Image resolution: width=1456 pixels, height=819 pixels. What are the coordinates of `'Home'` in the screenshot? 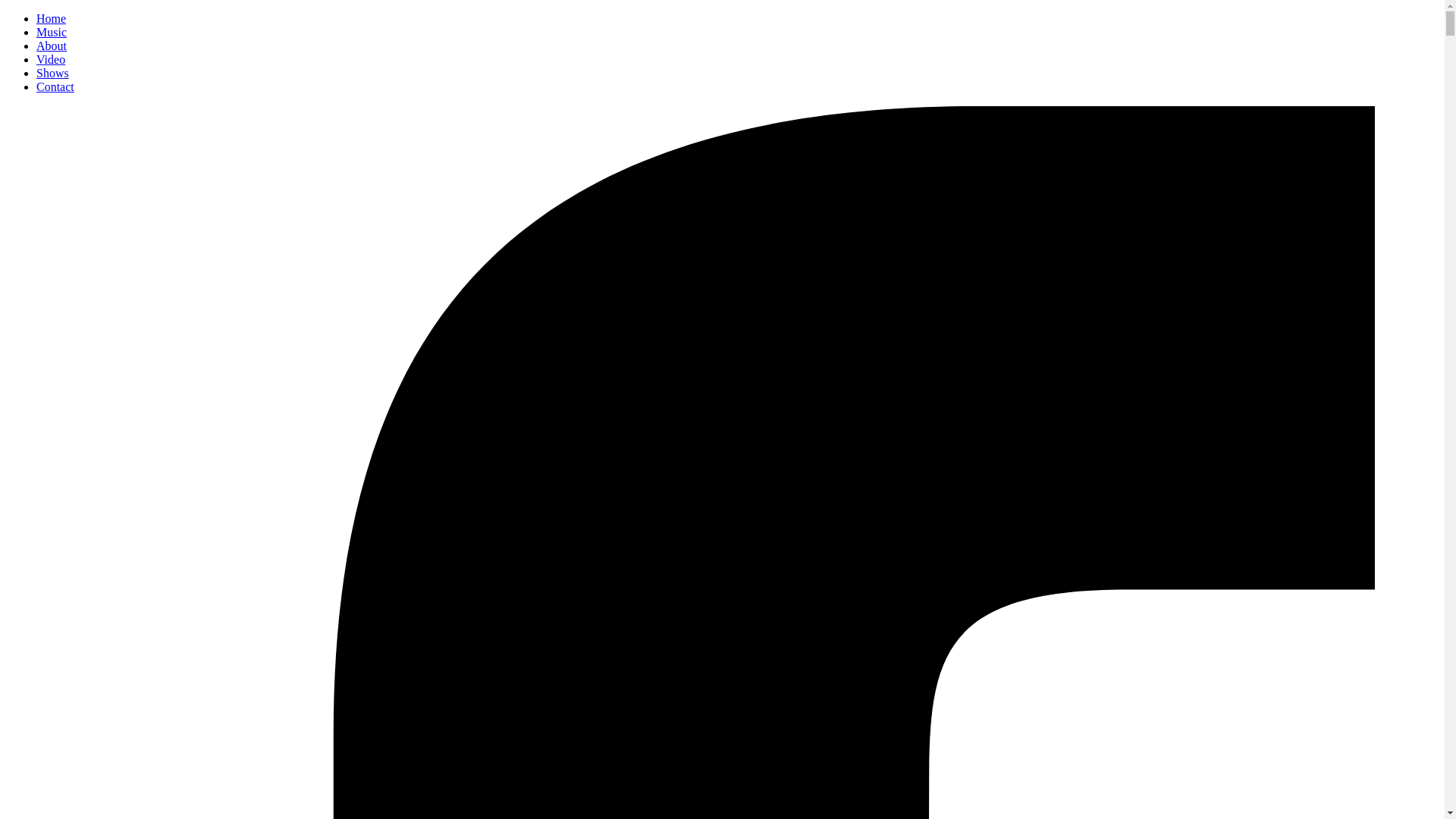 It's located at (51, 18).